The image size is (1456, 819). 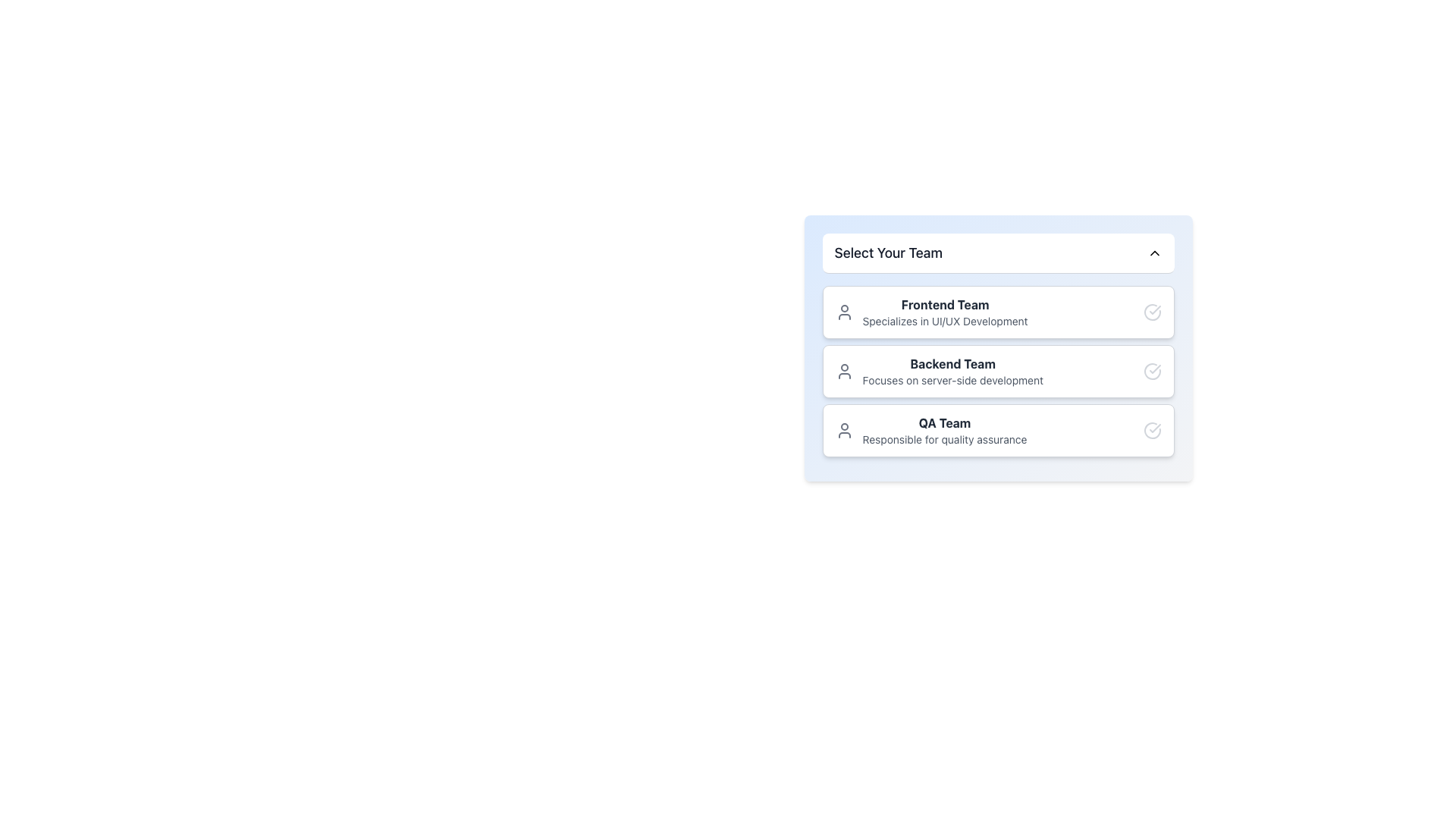 I want to click on the selectable option for the QA Team, which is the third item in a vertically stacked list of team choices inside a rounded rectangular card, so click(x=930, y=430).